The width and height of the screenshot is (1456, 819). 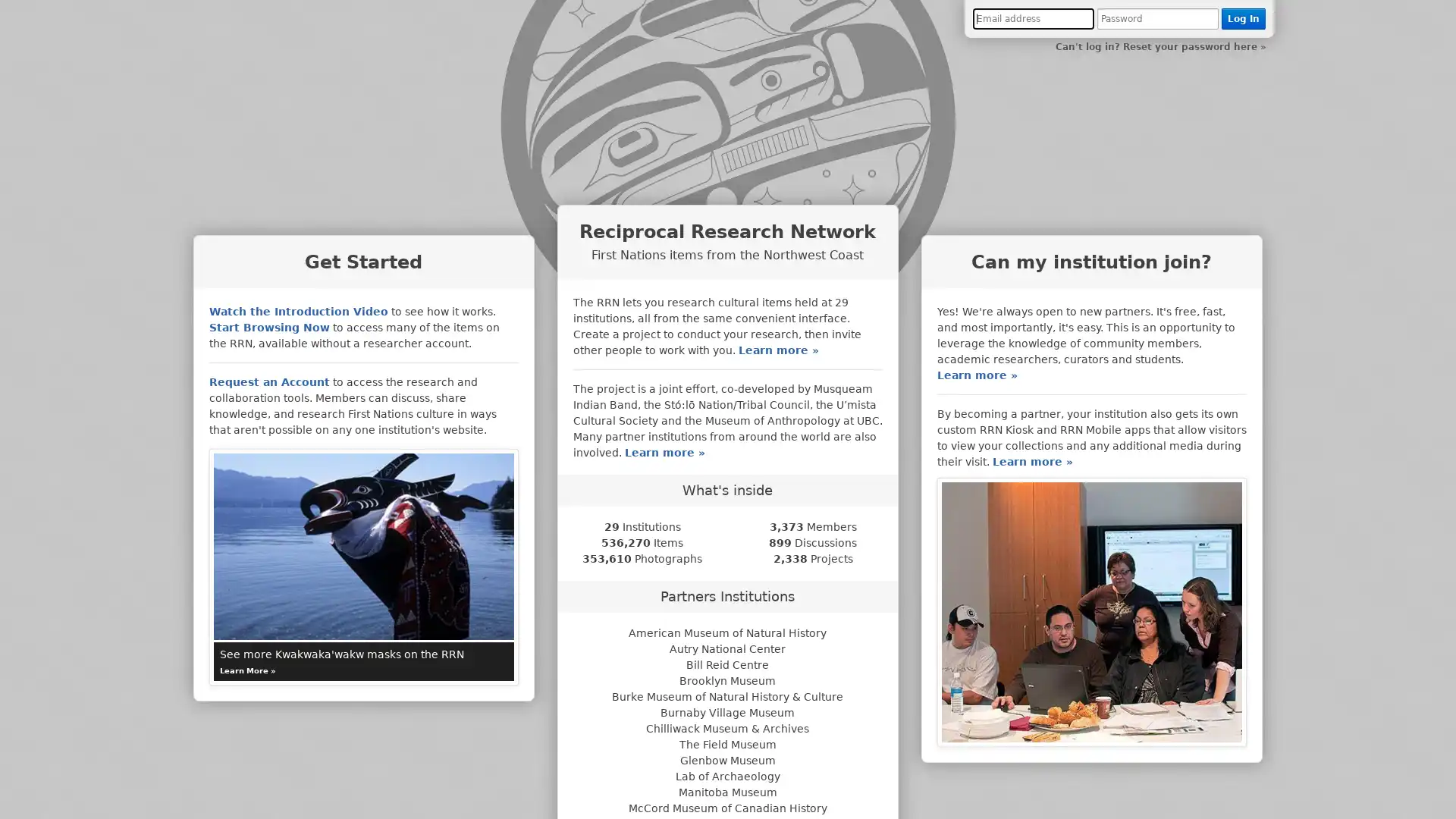 What do you see at coordinates (1244, 18) in the screenshot?
I see `Log In` at bounding box center [1244, 18].